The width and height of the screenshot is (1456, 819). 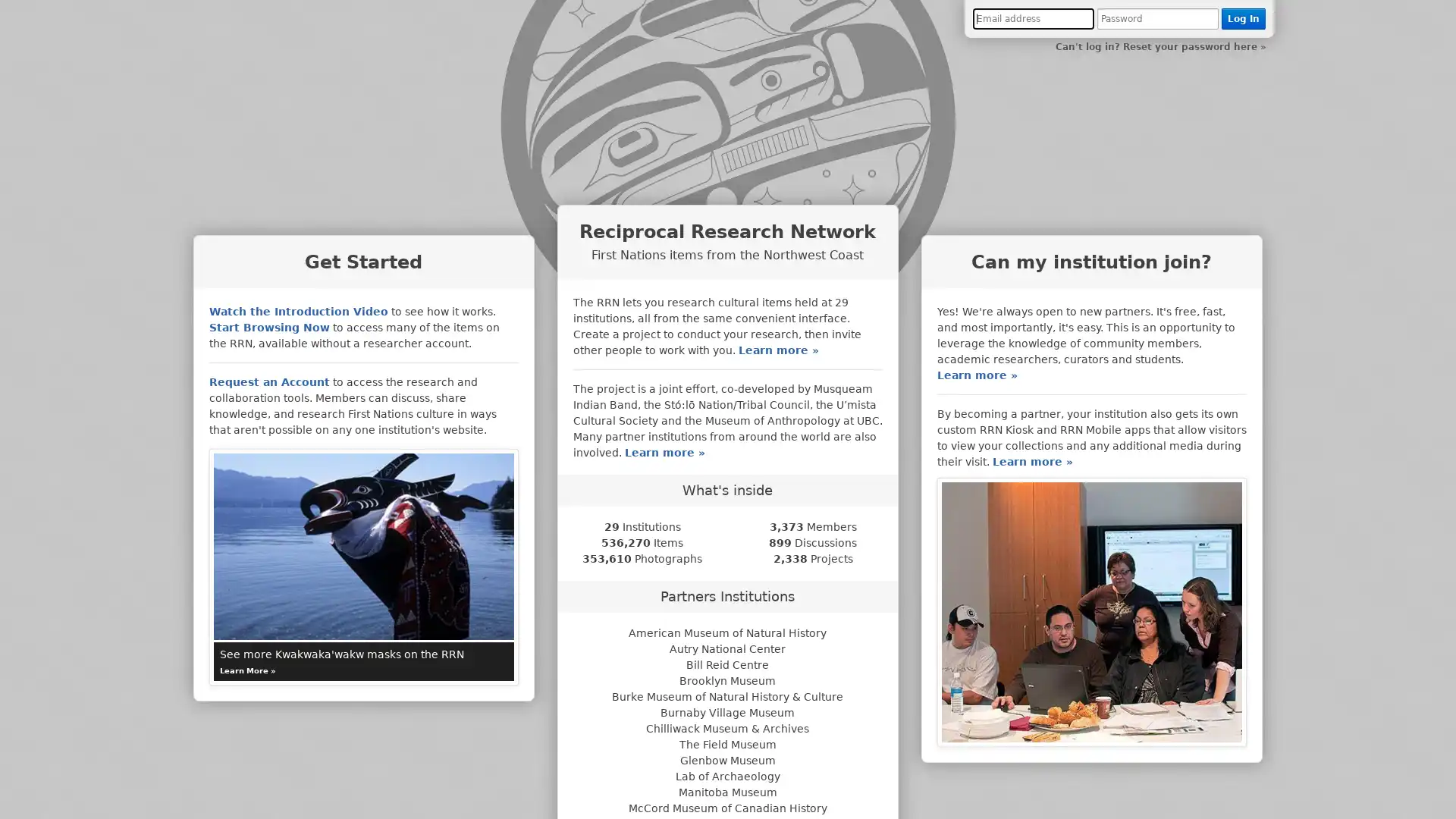 What do you see at coordinates (1244, 18) in the screenshot?
I see `Log In` at bounding box center [1244, 18].